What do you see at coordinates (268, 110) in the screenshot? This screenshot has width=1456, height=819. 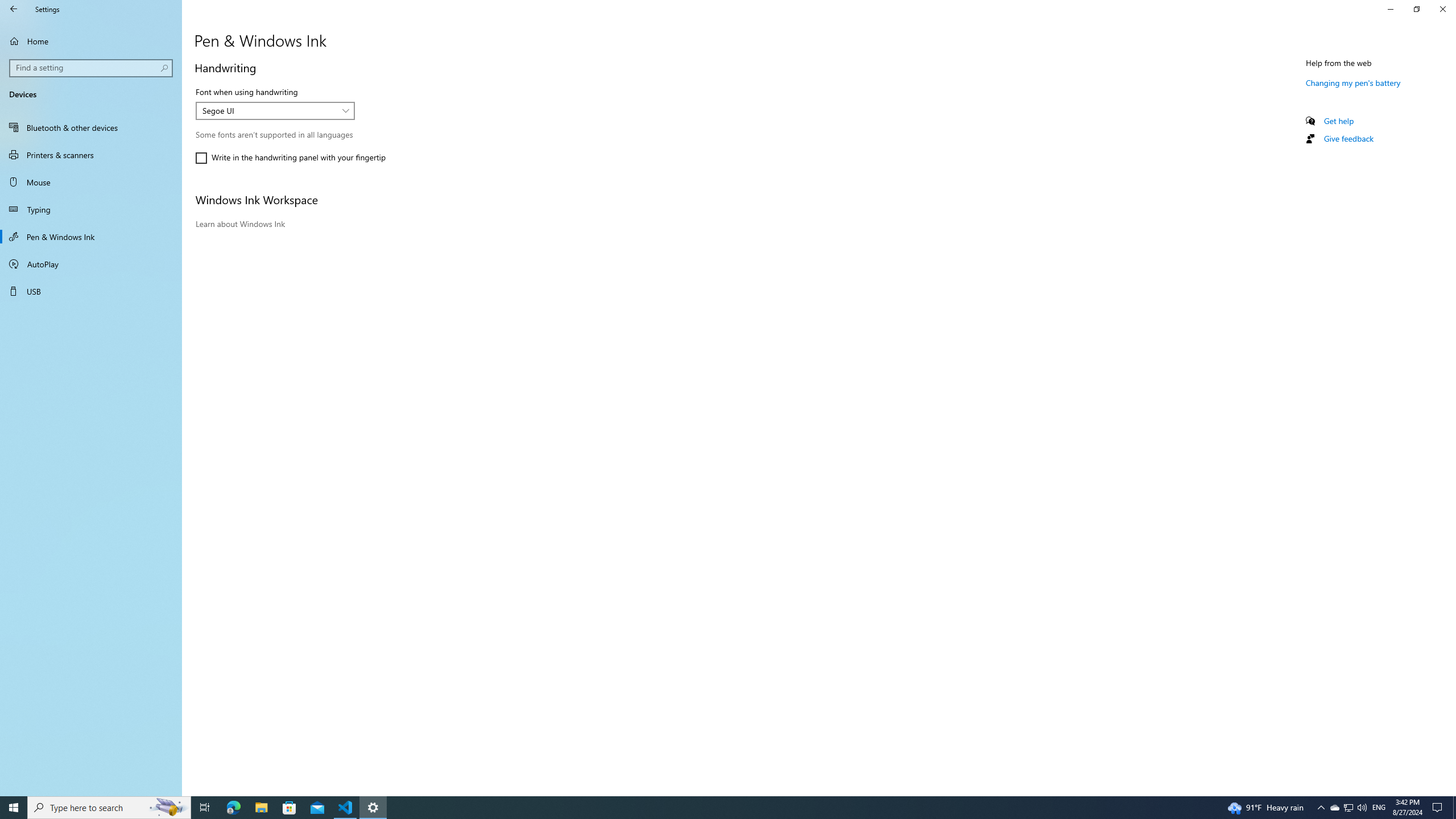 I see `'Segoe UI'` at bounding box center [268, 110].